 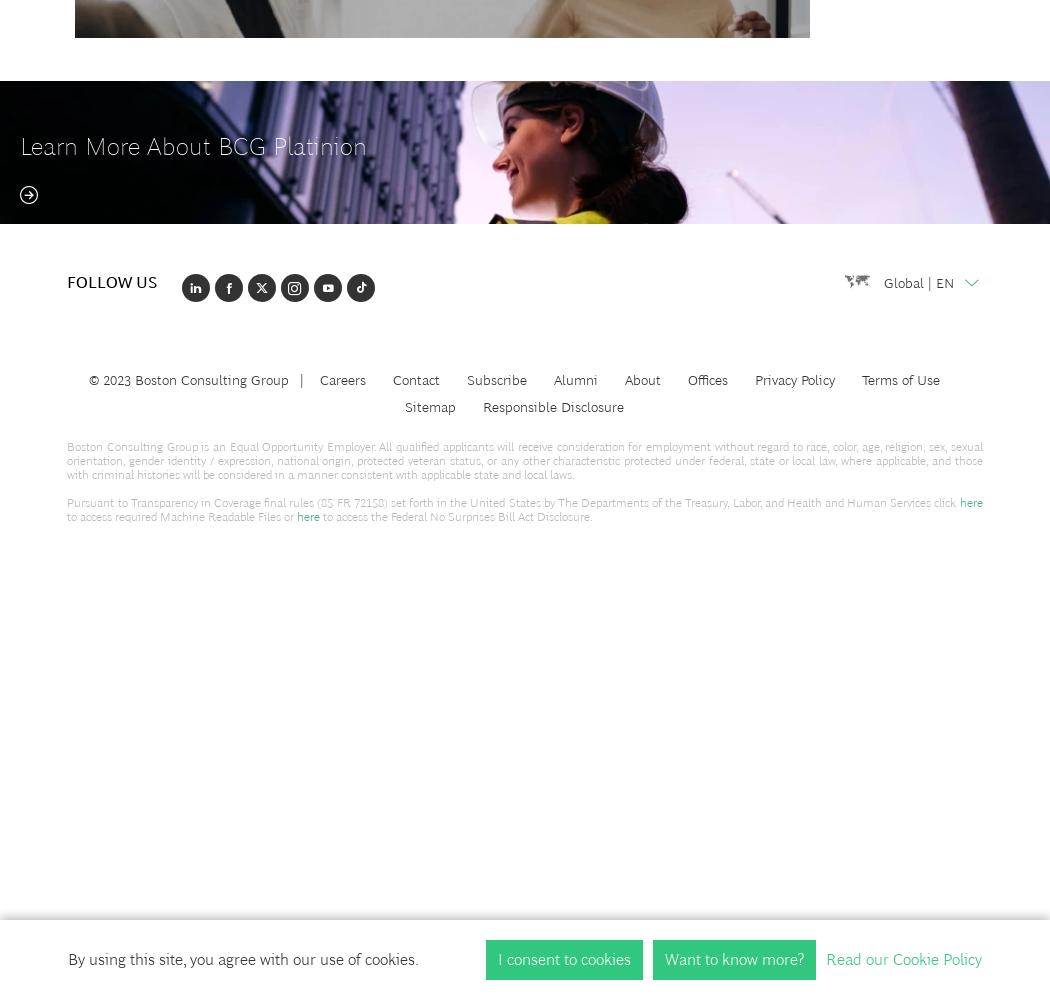 I want to click on 'Responsible Disclosure', so click(x=552, y=406).